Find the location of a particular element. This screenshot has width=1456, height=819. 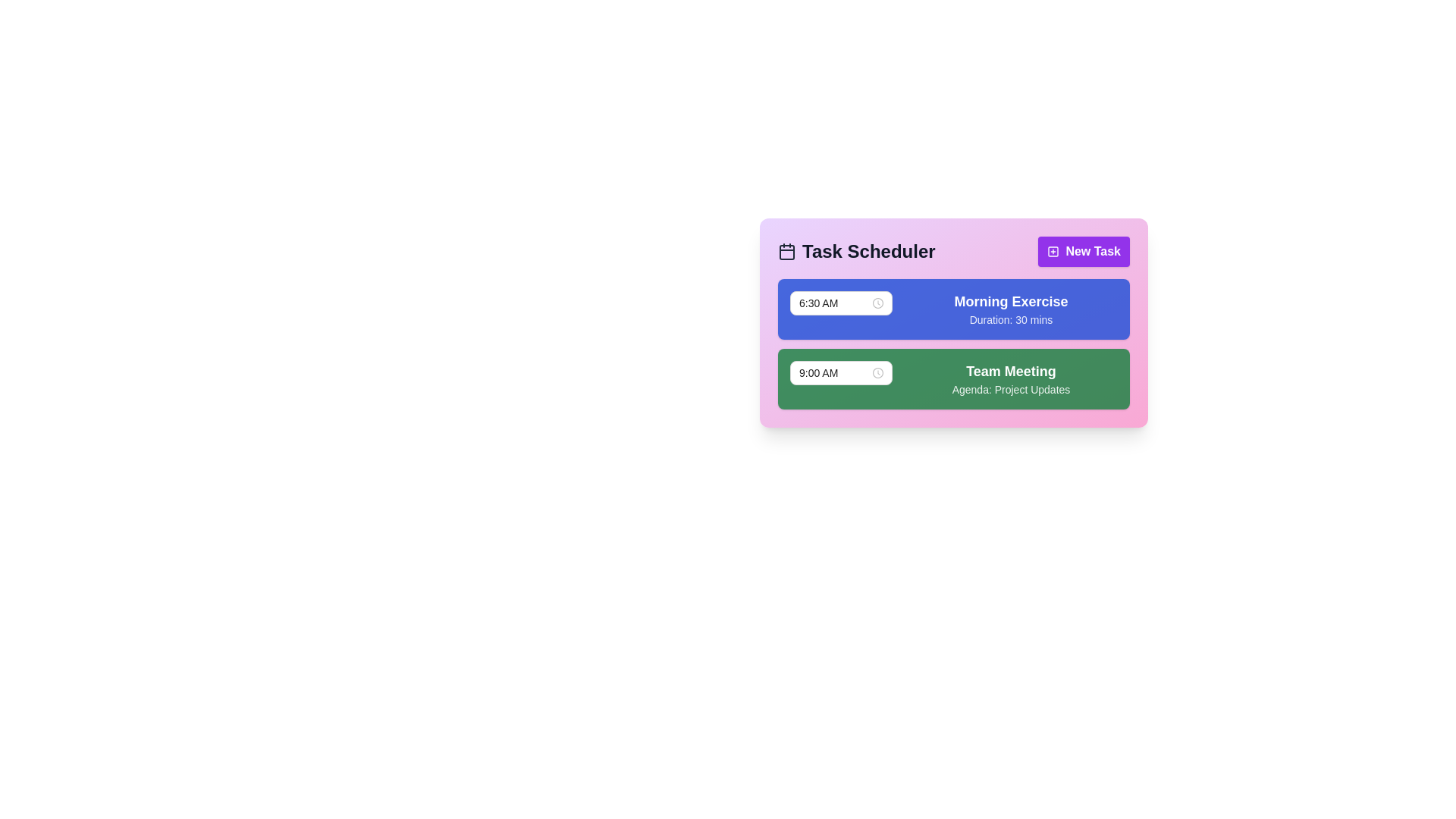

the small purple square icon with rounded corners, which is located at the right end of the 'New Task' button in the task scheduler interface is located at coordinates (1053, 250).